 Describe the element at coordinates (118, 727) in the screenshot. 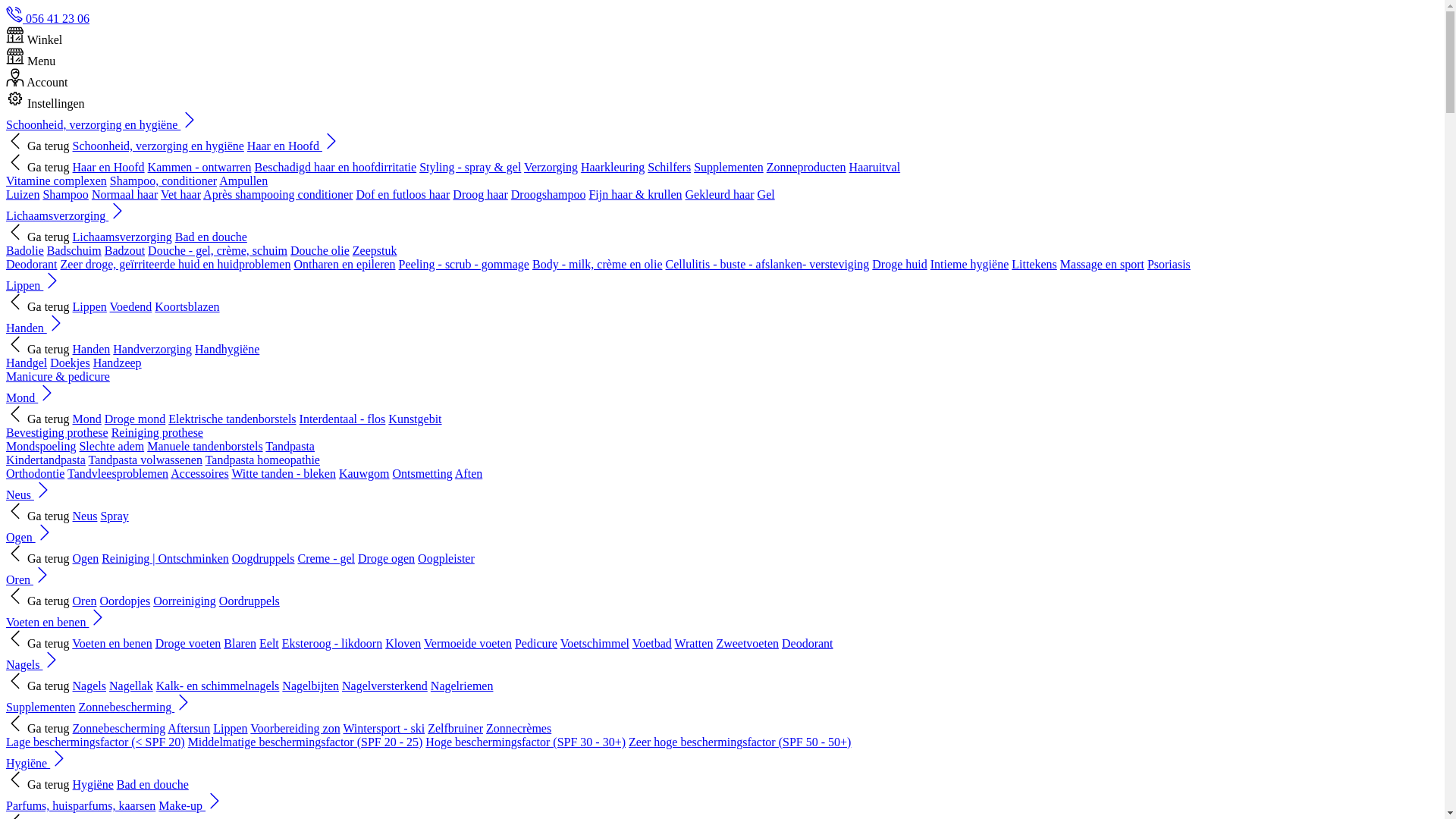

I see `'Zonnebescherming'` at that location.